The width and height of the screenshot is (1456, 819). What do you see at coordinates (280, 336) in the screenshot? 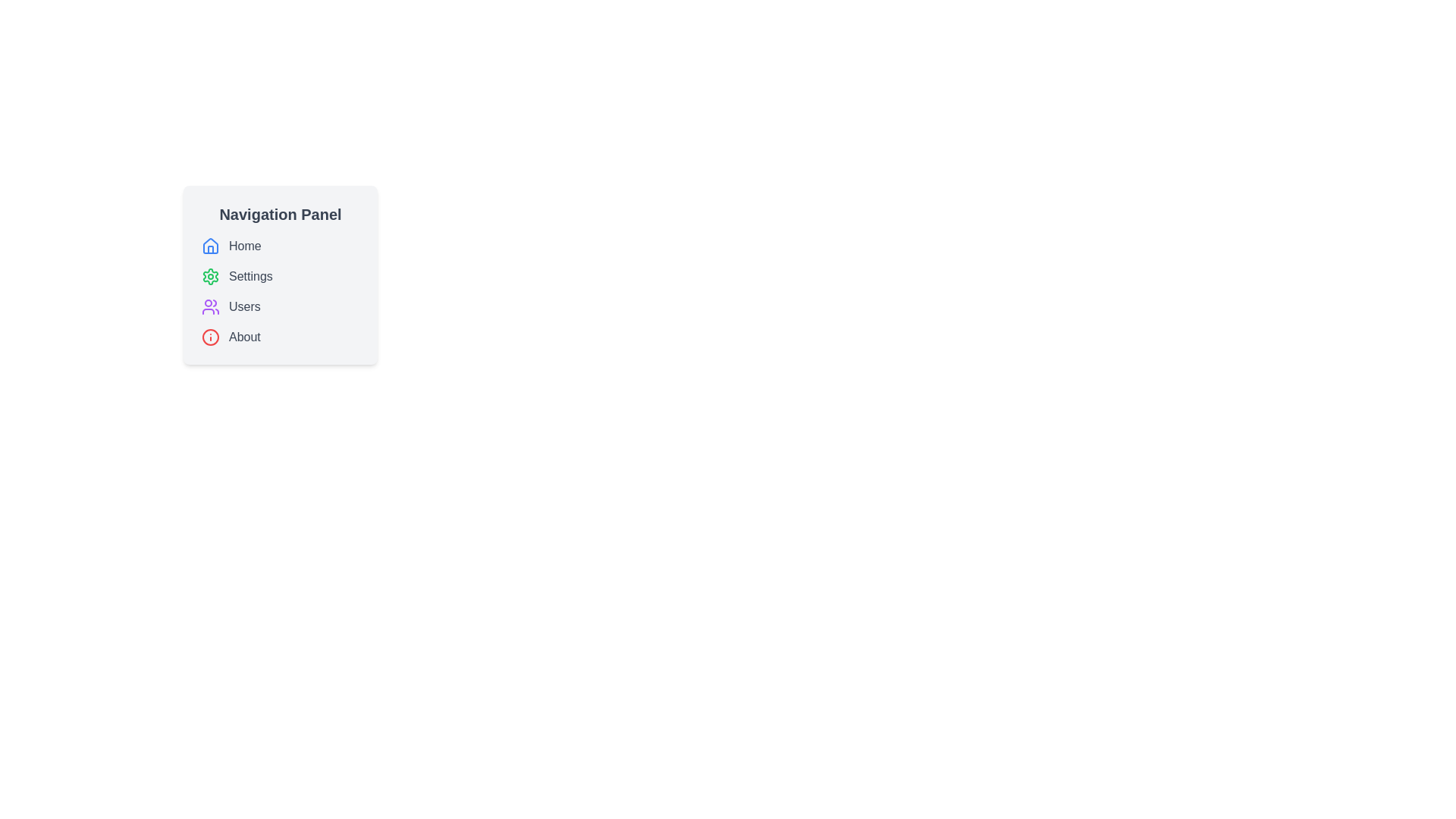
I see `the 'About' menu item in the navigation menu, which is the fourth item below the 'Users' option, characterized by medium-weight gray text and a red information icon` at bounding box center [280, 336].